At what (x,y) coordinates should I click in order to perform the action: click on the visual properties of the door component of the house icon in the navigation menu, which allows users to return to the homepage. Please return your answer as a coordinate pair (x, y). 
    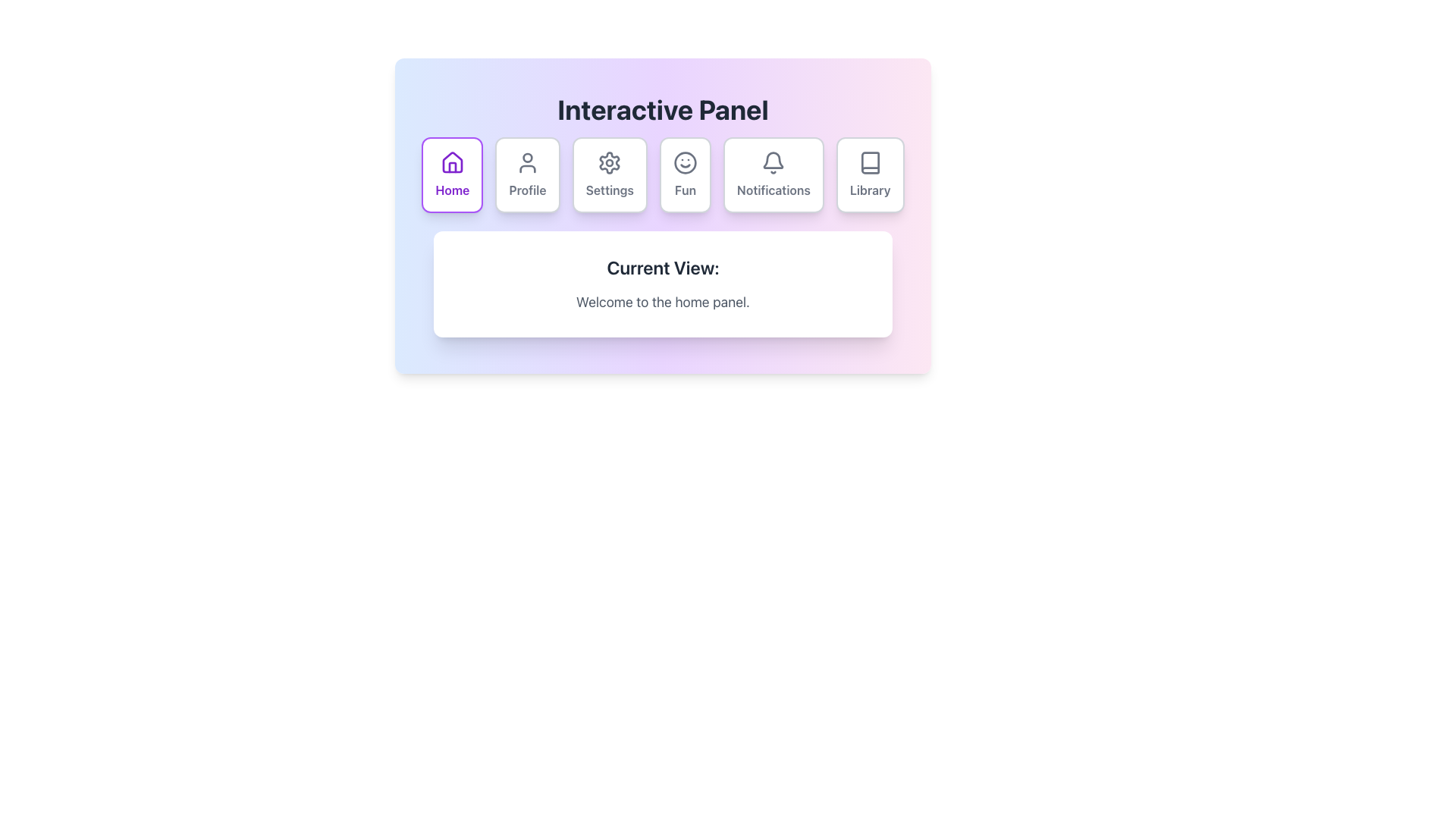
    Looking at the image, I should click on (451, 167).